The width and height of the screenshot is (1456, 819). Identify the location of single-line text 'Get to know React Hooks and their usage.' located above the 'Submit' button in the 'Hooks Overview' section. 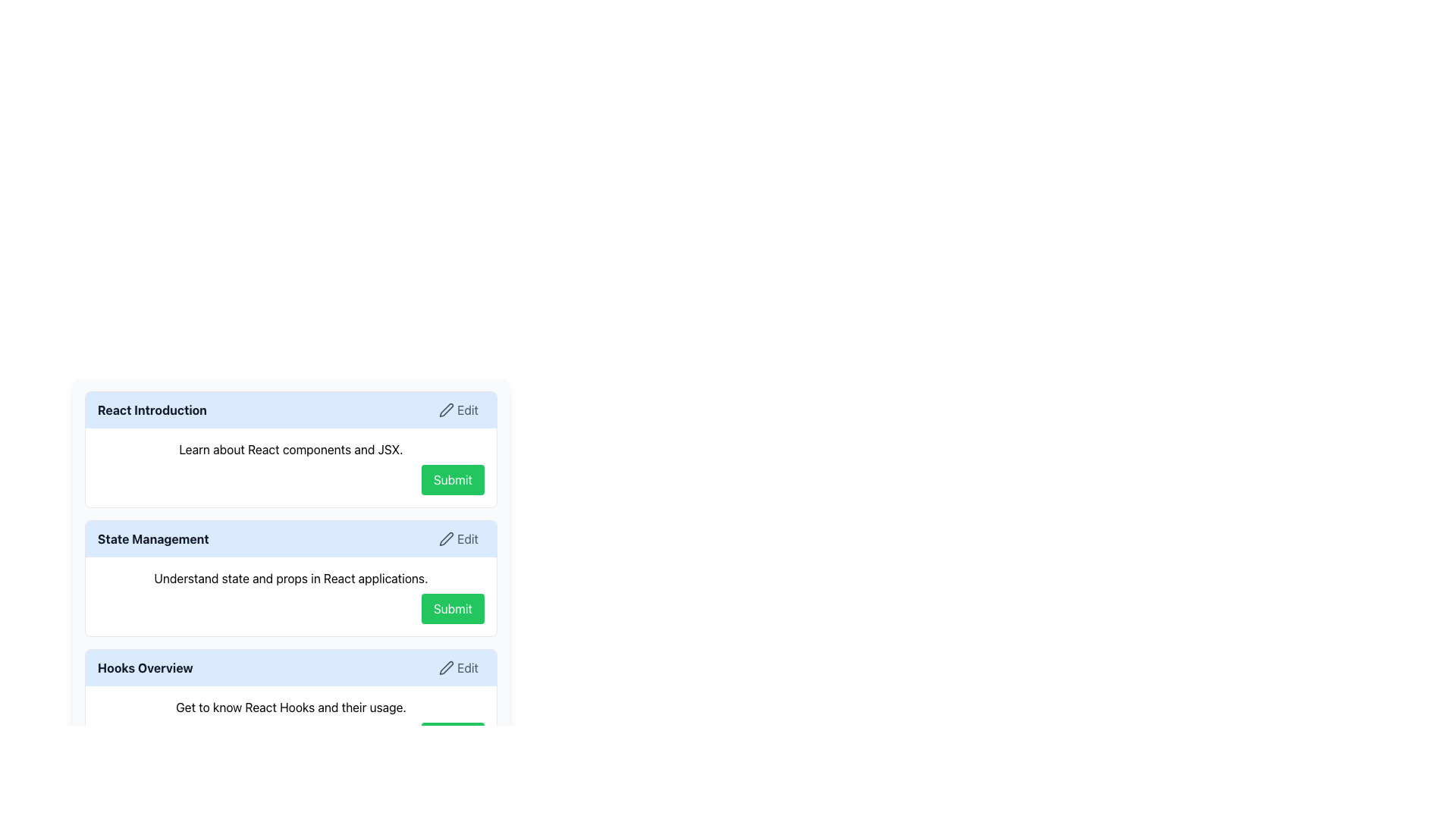
(291, 708).